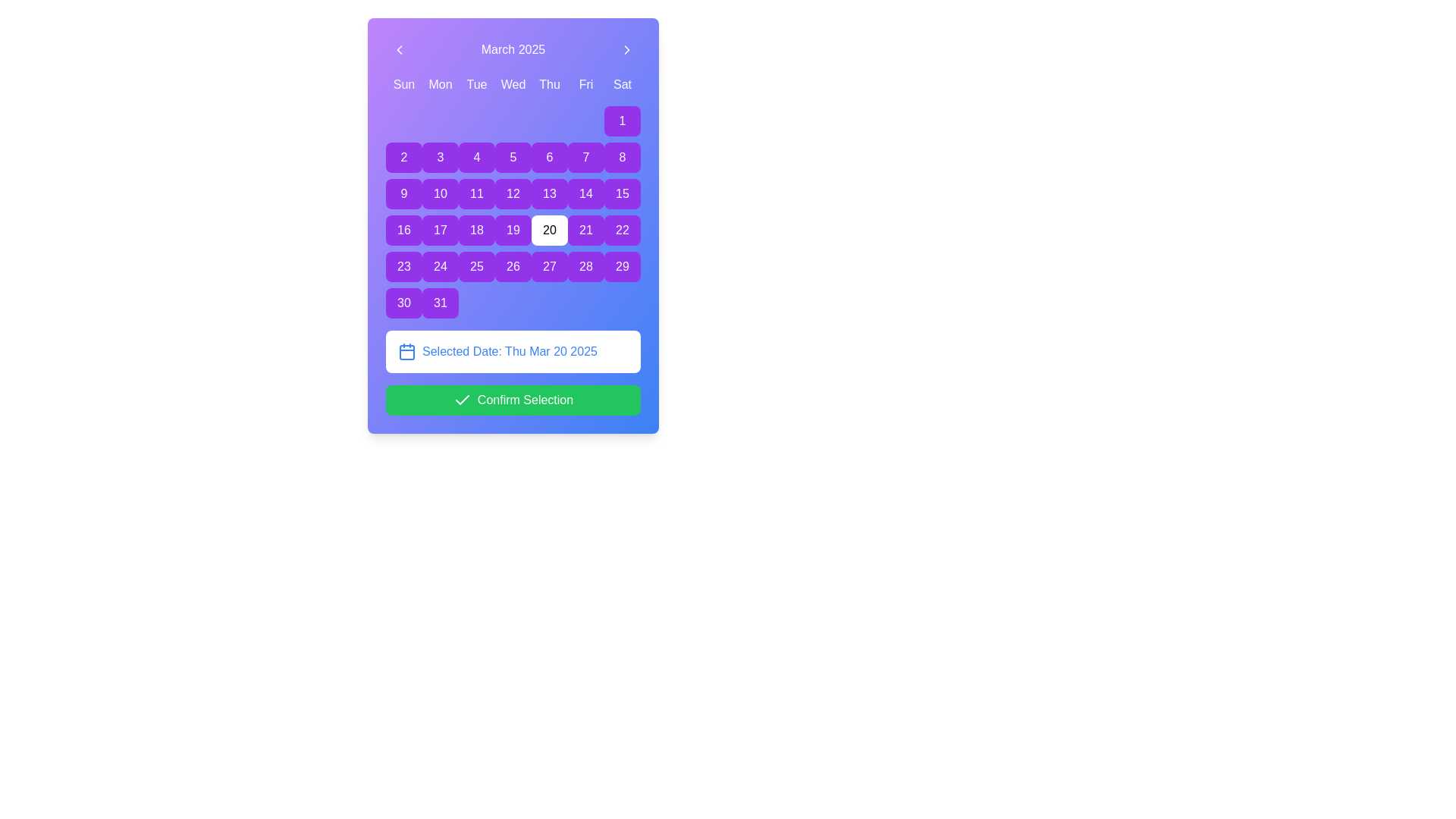 Image resolution: width=1456 pixels, height=819 pixels. Describe the element at coordinates (622, 265) in the screenshot. I see `the button labeled '29' with a purple background in the calendar grid` at that location.